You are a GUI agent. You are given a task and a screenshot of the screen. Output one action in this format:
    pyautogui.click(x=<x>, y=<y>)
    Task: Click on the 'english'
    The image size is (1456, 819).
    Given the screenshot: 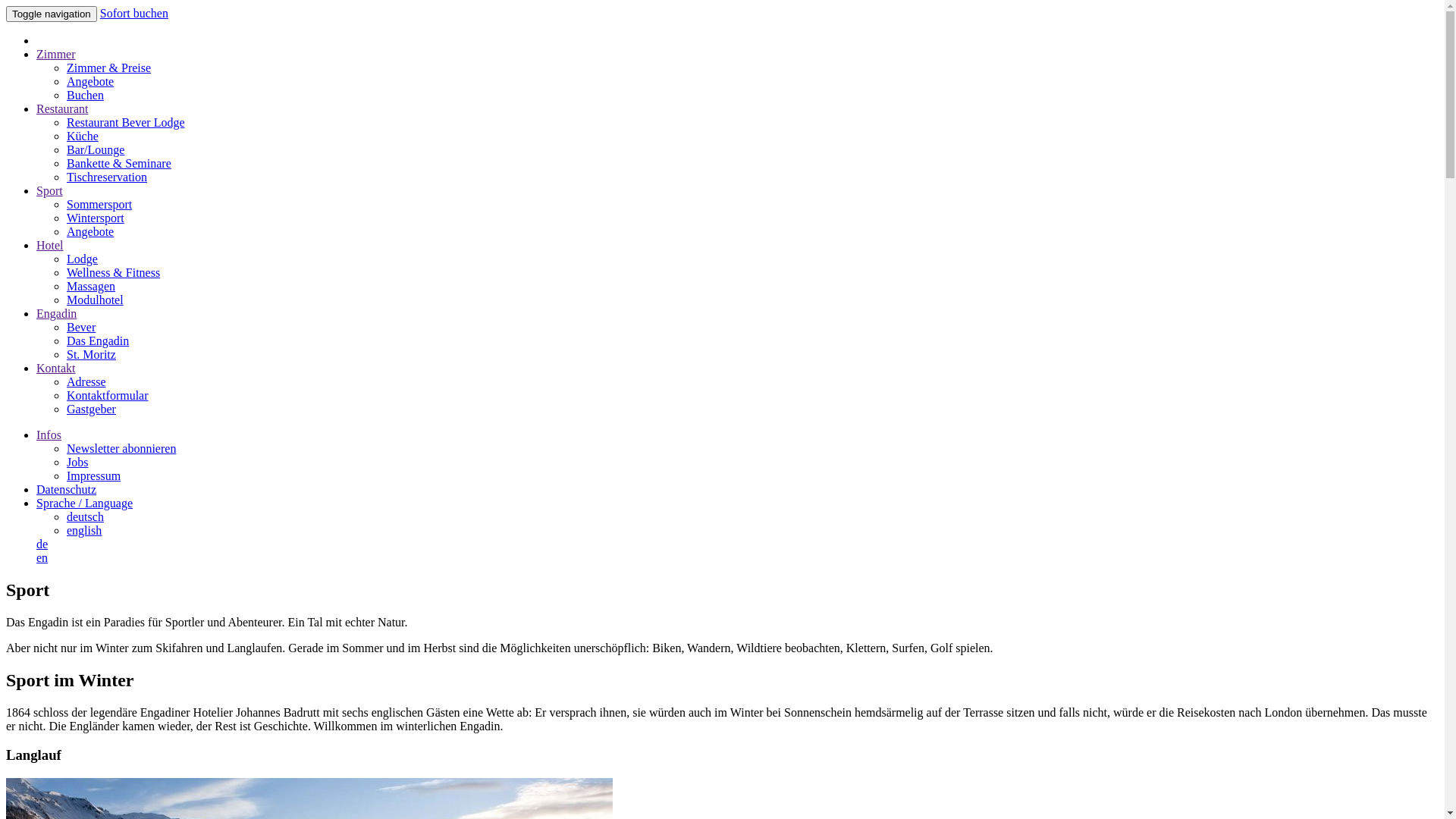 What is the action you would take?
    pyautogui.click(x=83, y=529)
    